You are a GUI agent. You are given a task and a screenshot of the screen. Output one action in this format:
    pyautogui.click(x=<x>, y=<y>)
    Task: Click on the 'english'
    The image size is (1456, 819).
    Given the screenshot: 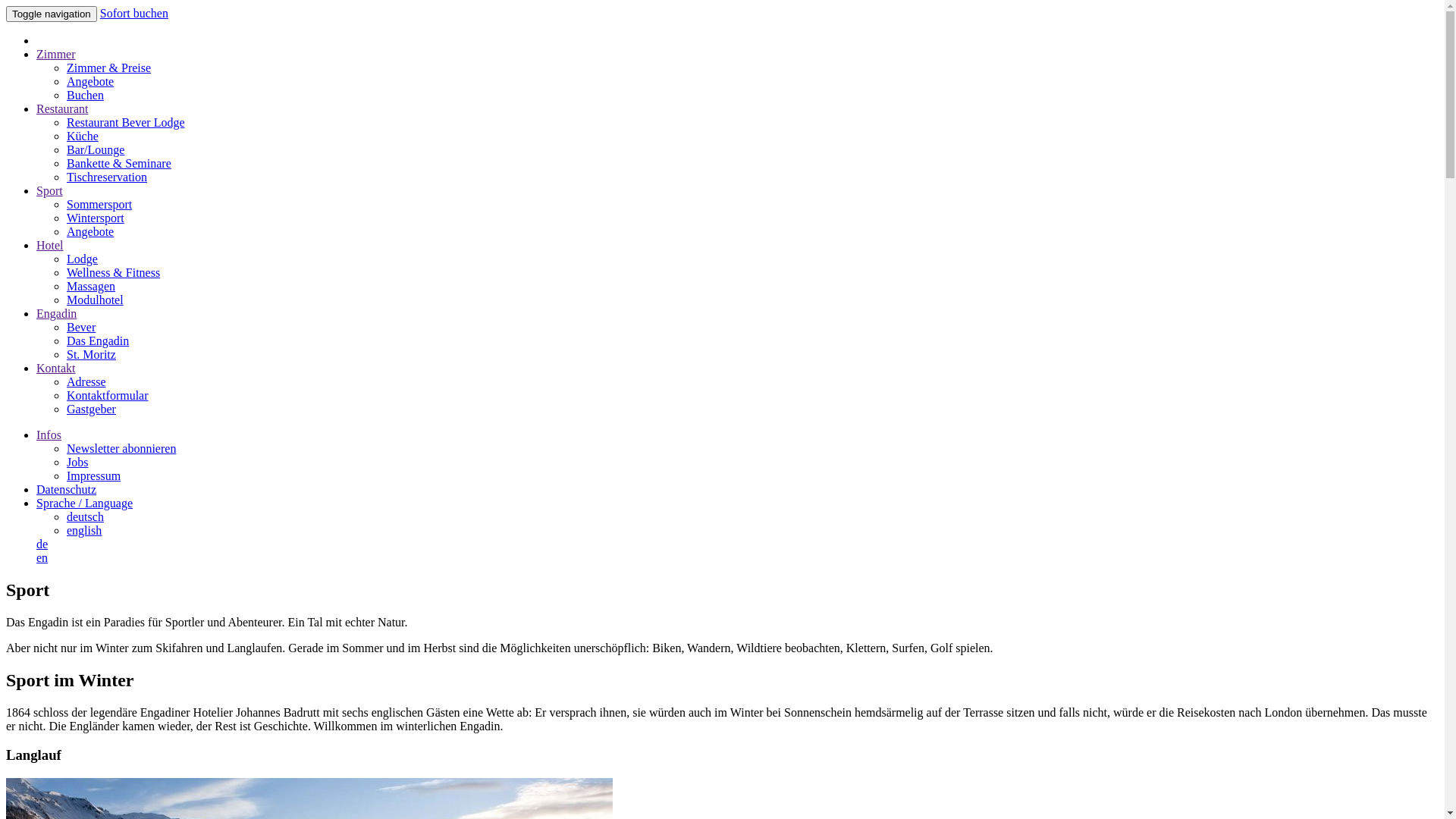 What is the action you would take?
    pyautogui.click(x=83, y=529)
    